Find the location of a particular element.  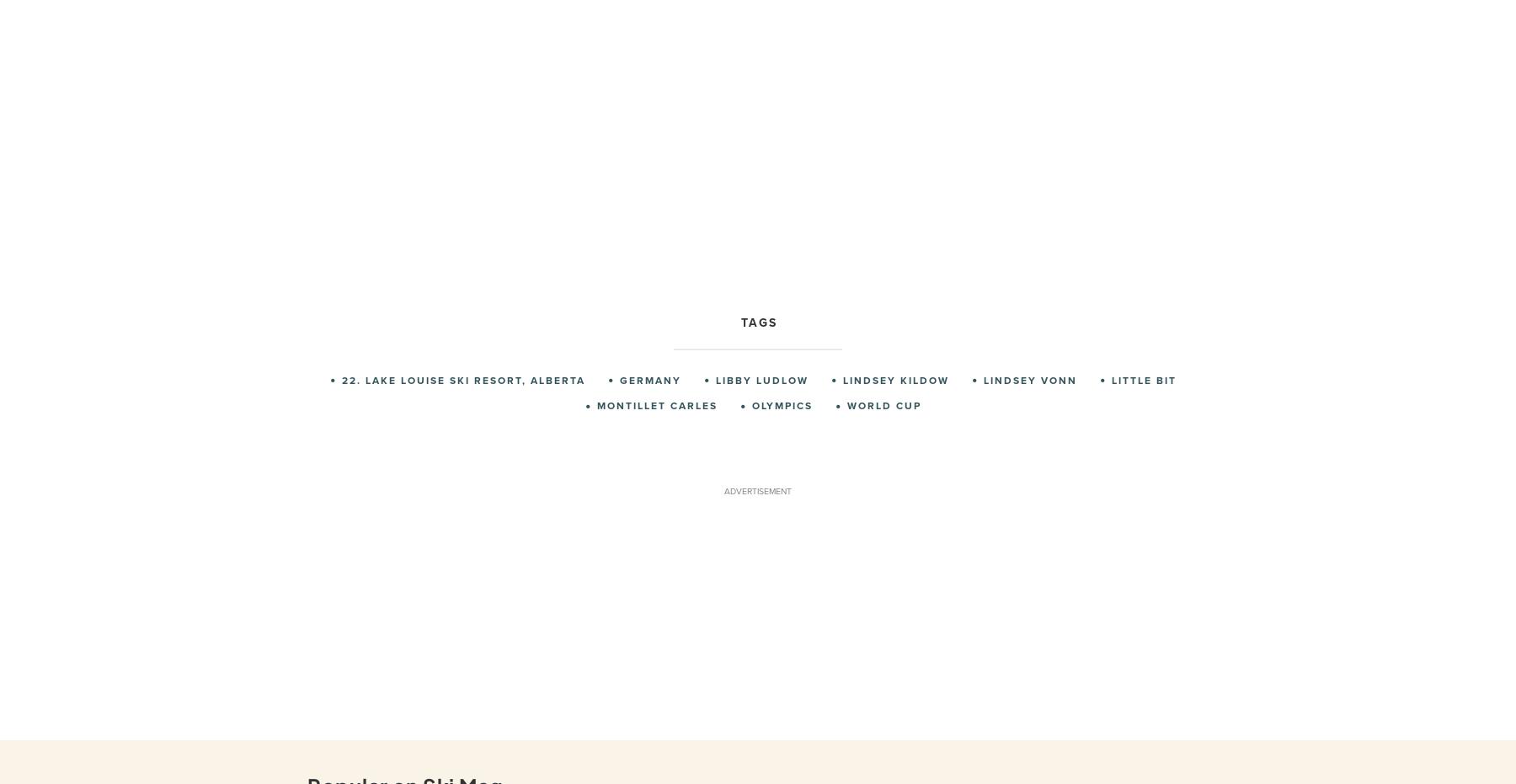

'montillet carles' is located at coordinates (656, 405).